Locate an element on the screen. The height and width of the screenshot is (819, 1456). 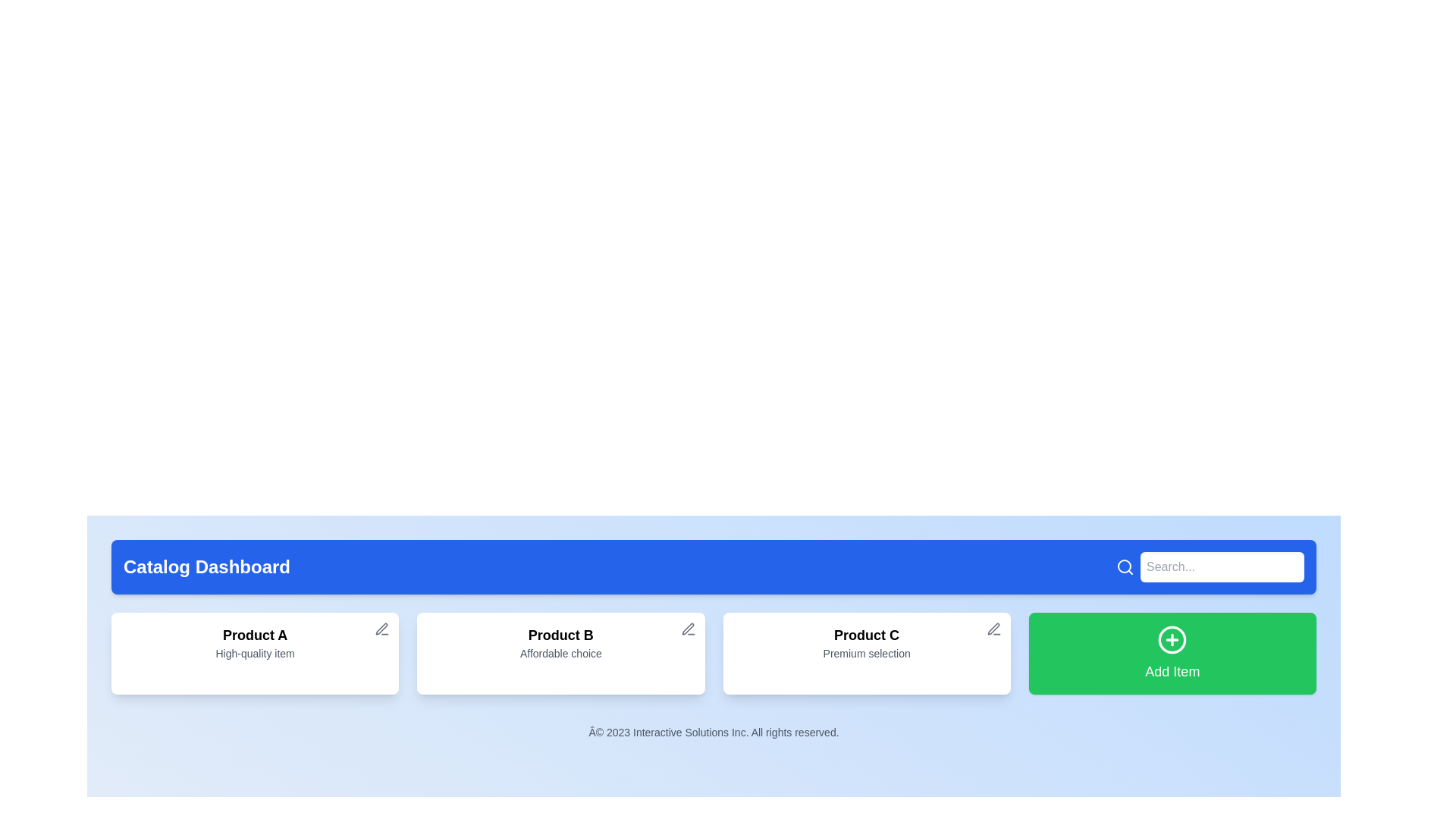
the second card in the horizontal grid, which displays 'Product B' and contains a pen icon at the top-right corner is located at coordinates (560, 652).